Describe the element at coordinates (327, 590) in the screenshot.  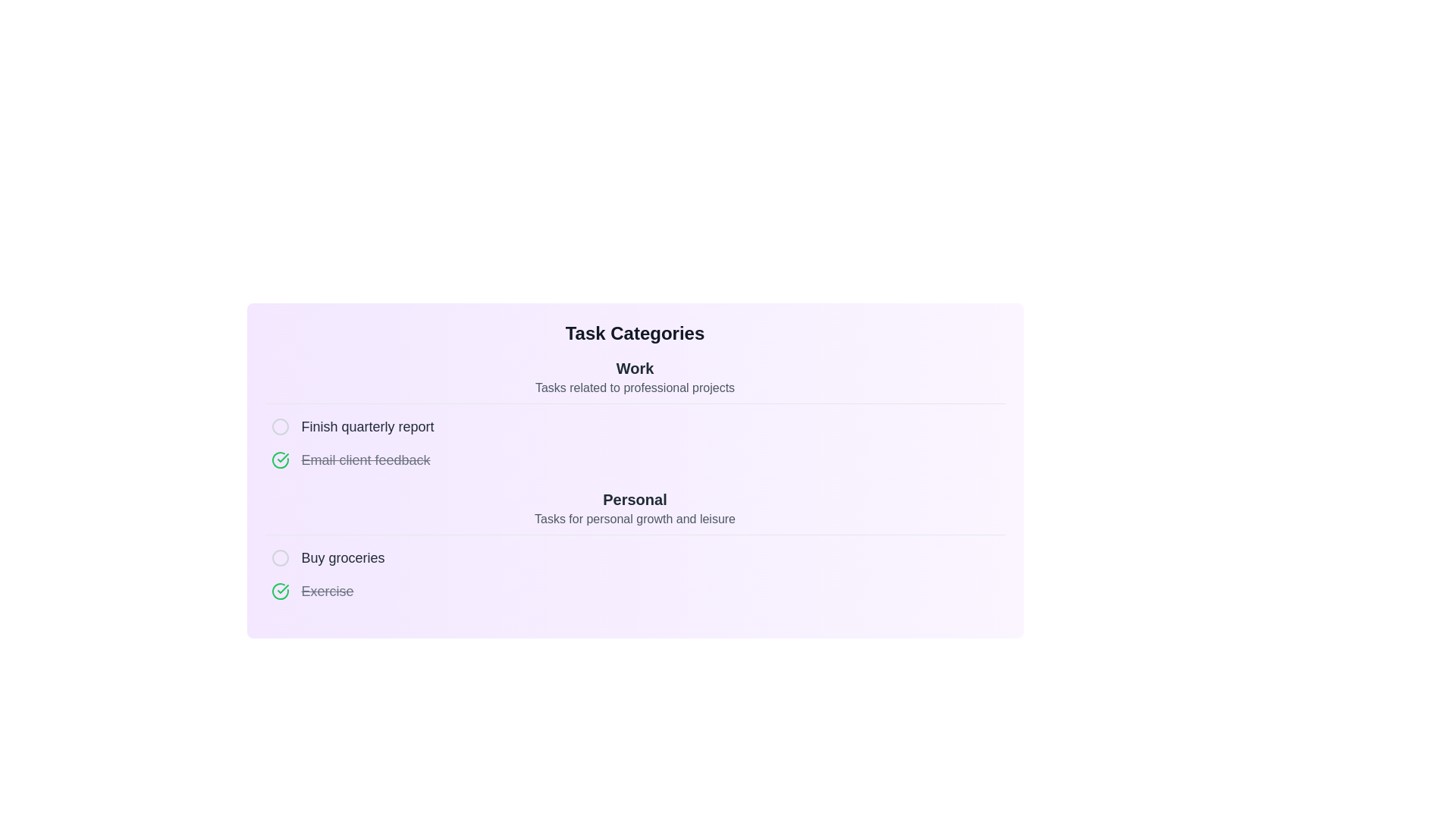
I see `the state of the text label reading 'Exercise', which is styled with a line-through effect and is located to the right of a circular checkmark icon in the 'Personal' task category` at that location.